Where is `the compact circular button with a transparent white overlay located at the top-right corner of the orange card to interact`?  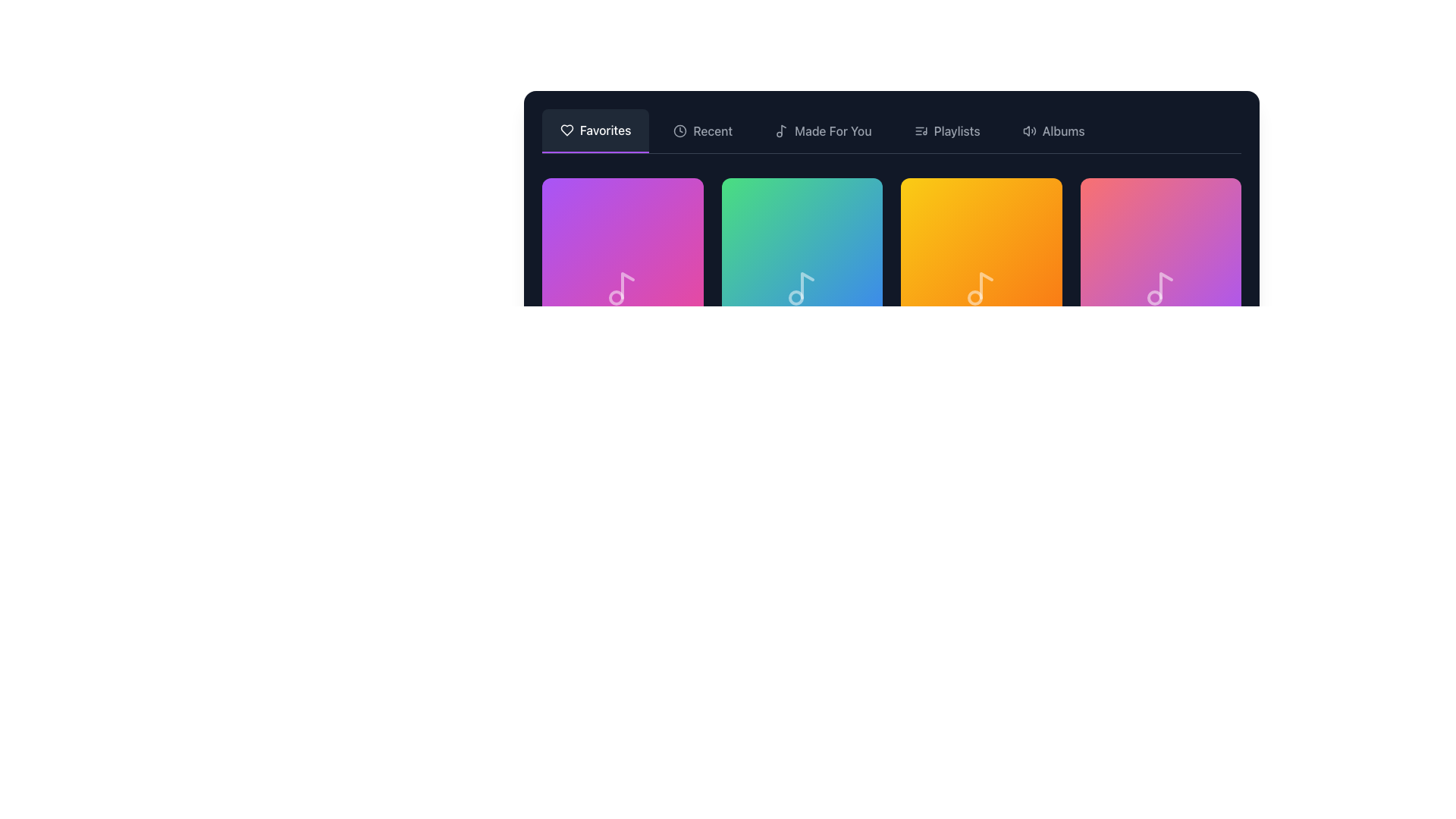 the compact circular button with a transparent white overlay located at the top-right corner of the orange card to interact is located at coordinates (1022, 201).